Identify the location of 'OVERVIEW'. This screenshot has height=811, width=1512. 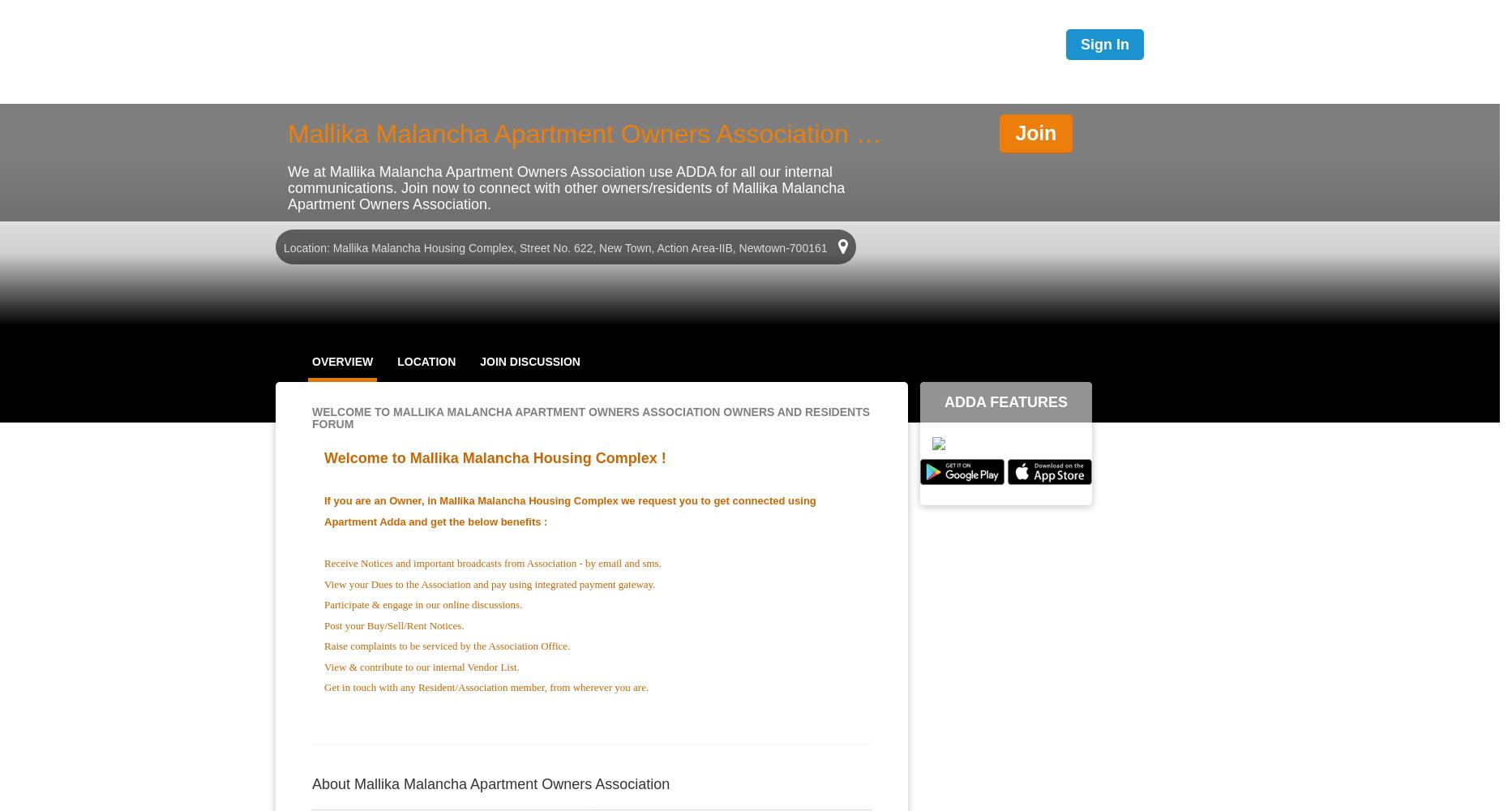
(342, 360).